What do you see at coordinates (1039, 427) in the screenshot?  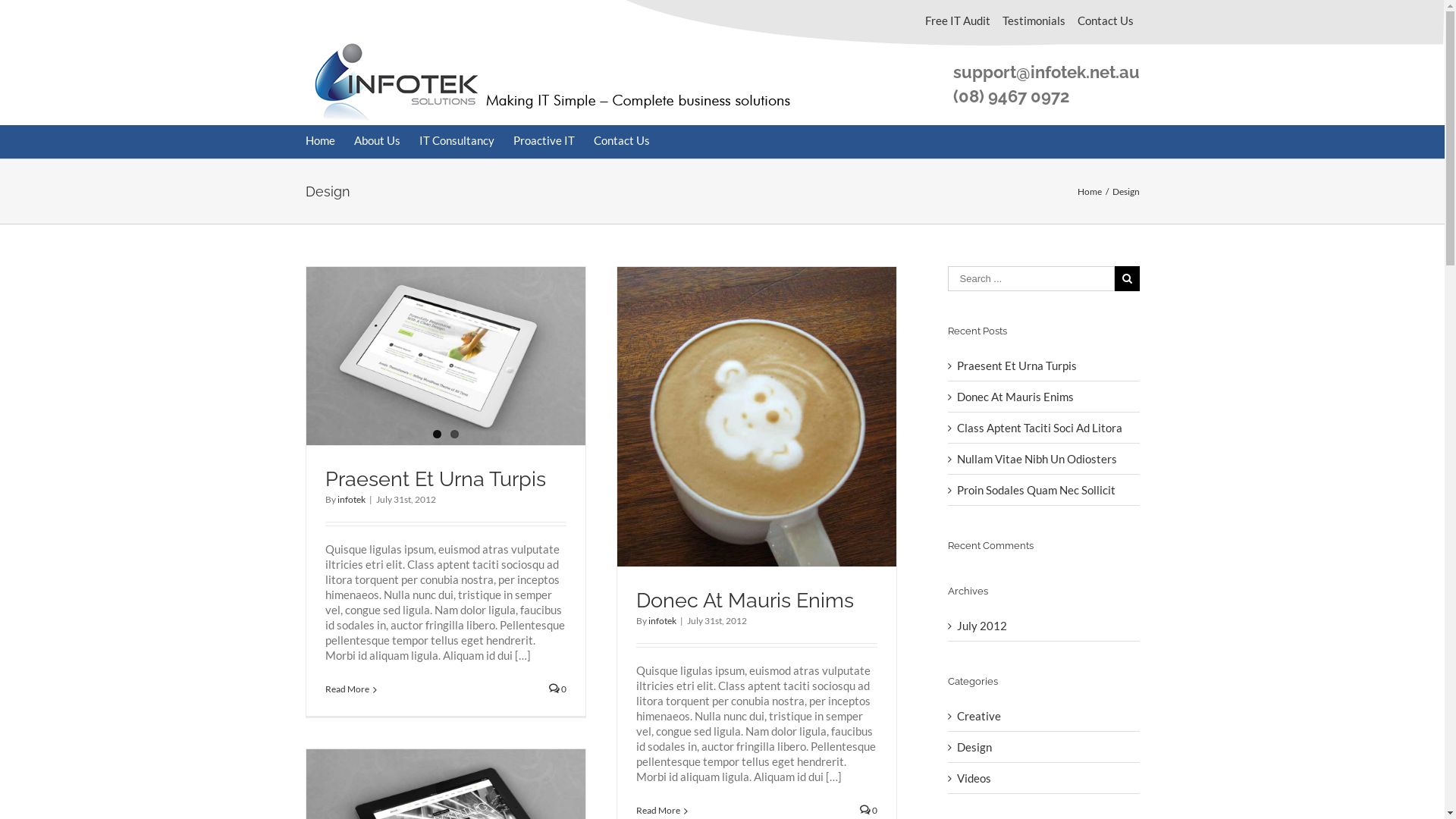 I see `'Class Aptent Taciti Soci Ad Litora'` at bounding box center [1039, 427].